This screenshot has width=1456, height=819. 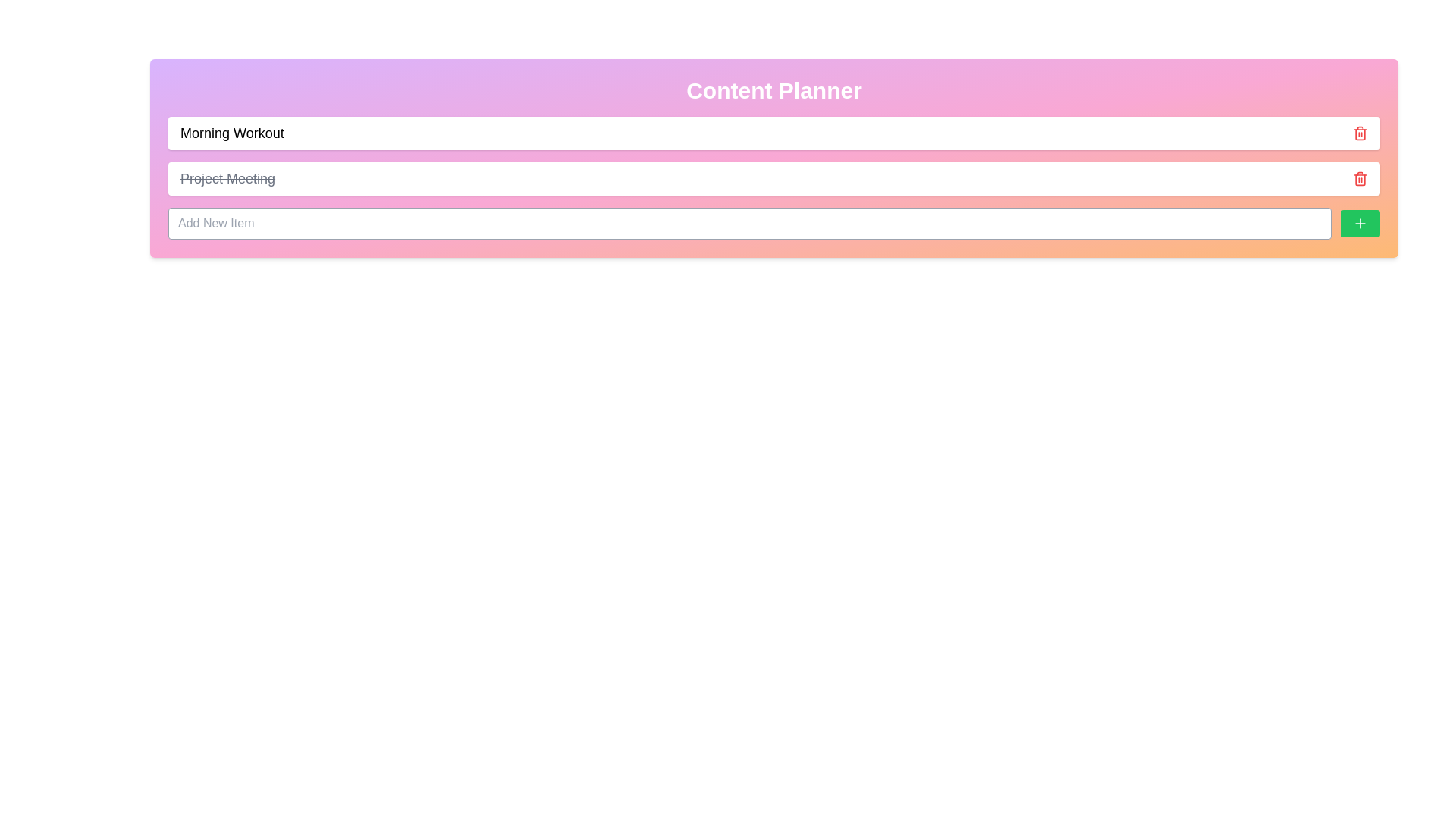 I want to click on the Text Label that serves as a title for the content planner section, located in the header above 'Morning Workout' and 'Project Meeting', so click(x=774, y=90).